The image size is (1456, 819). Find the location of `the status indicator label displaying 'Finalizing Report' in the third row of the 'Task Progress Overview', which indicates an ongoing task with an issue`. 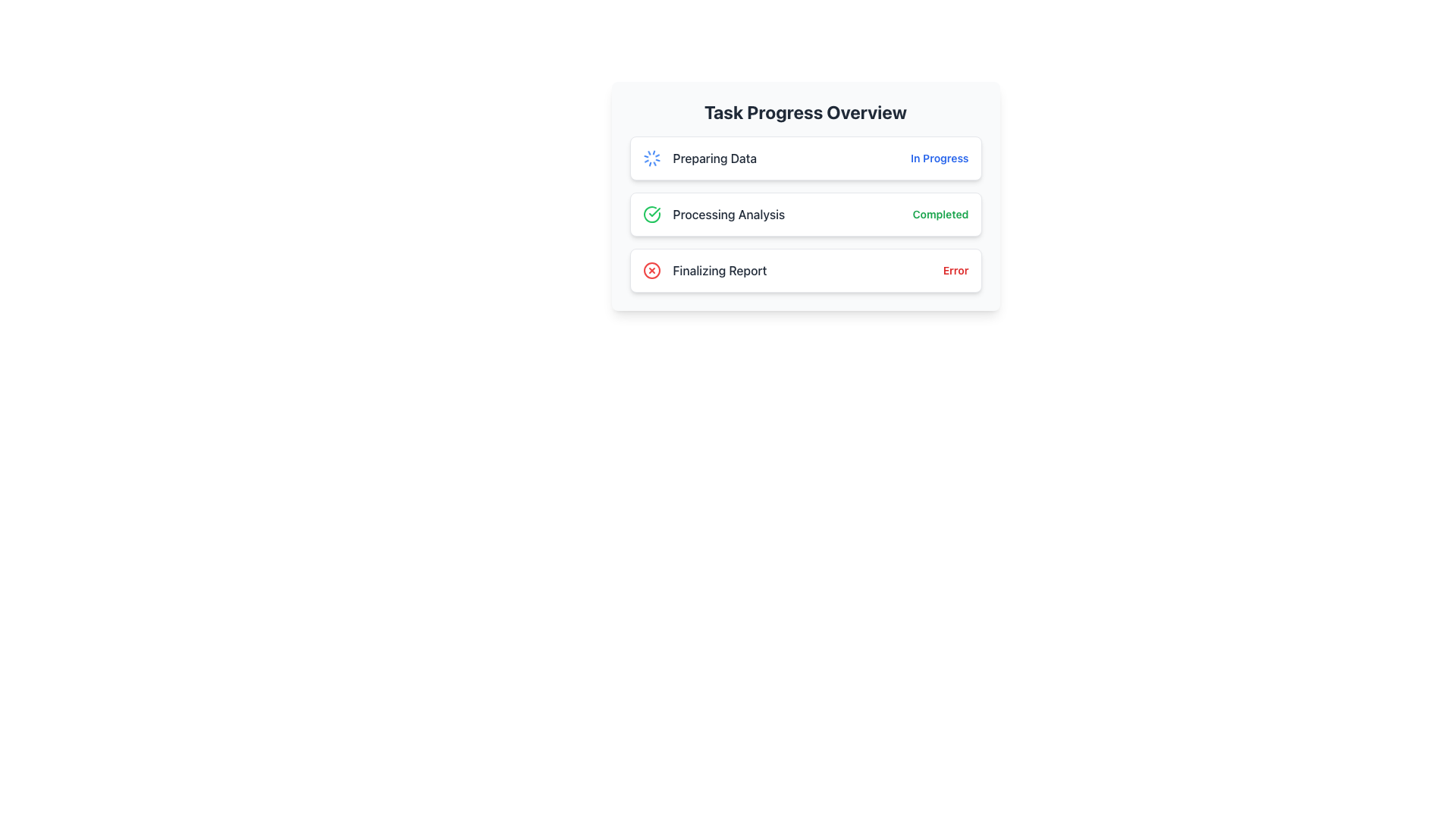

the status indicator label displaying 'Finalizing Report' in the third row of the 'Task Progress Overview', which indicates an ongoing task with an issue is located at coordinates (704, 270).